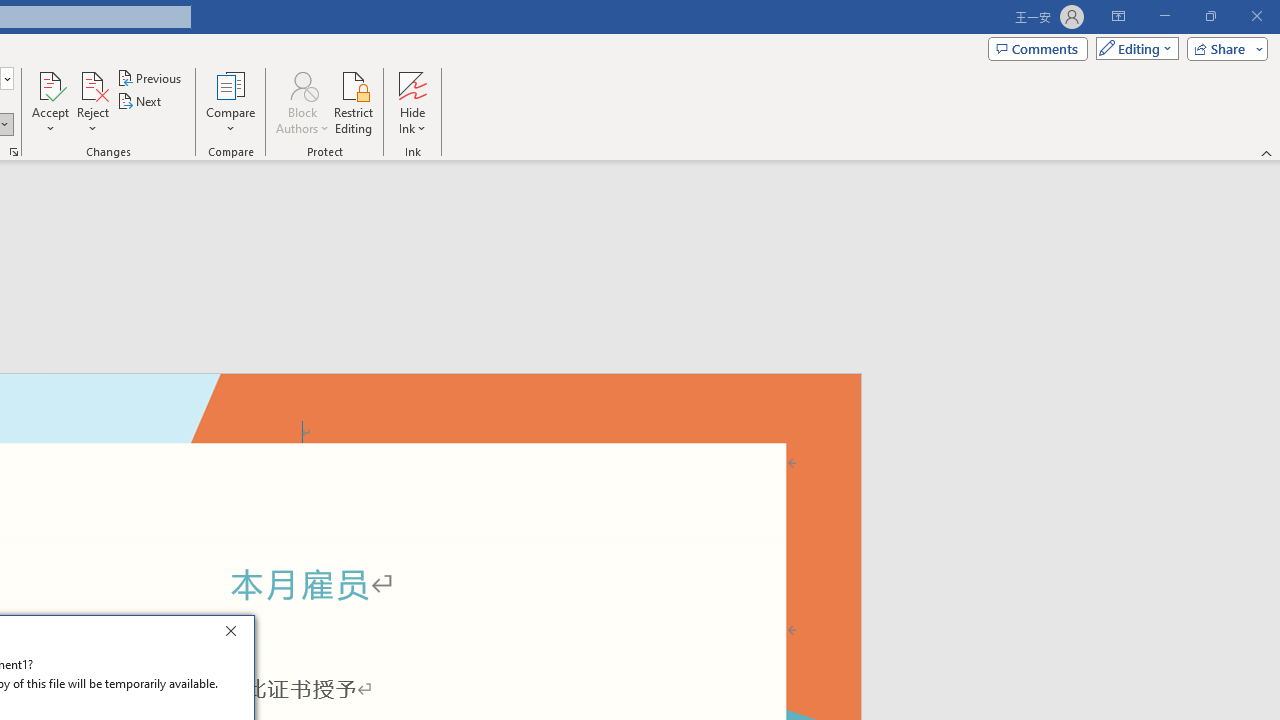 The height and width of the screenshot is (720, 1280). Describe the element at coordinates (231, 103) in the screenshot. I see `'Compare'` at that location.